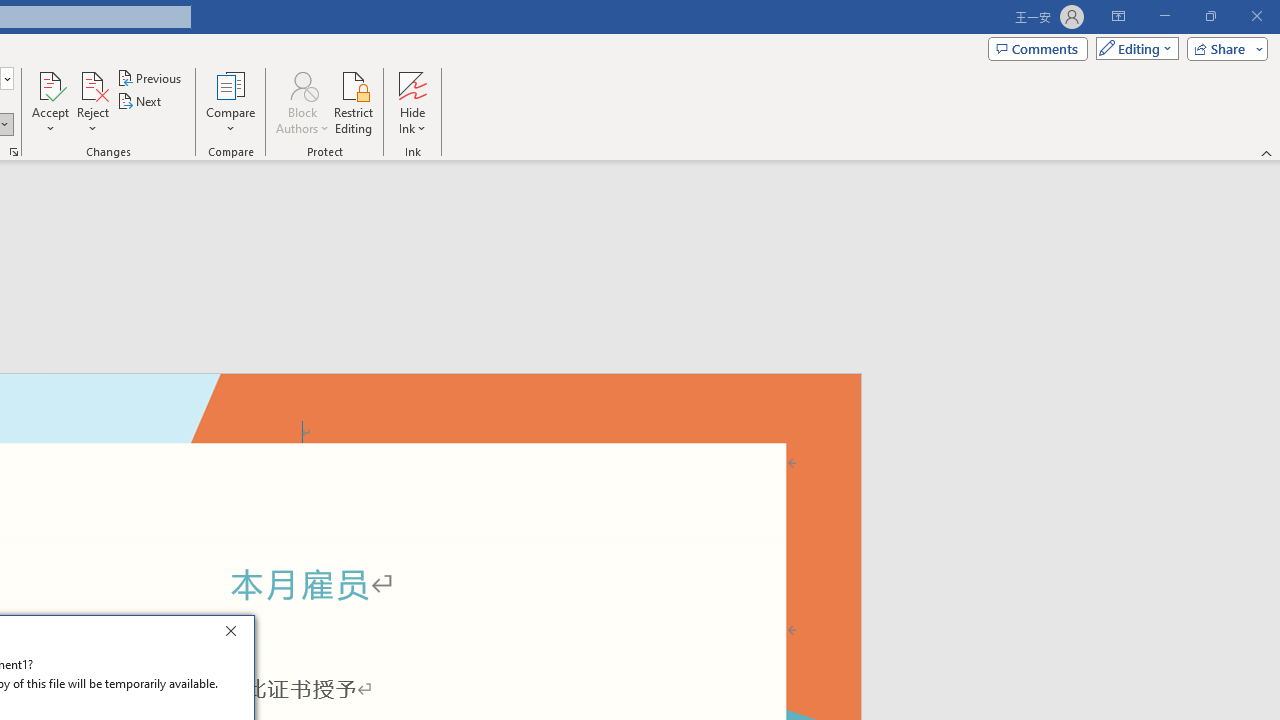 The height and width of the screenshot is (720, 1280). Describe the element at coordinates (231, 103) in the screenshot. I see `'Compare'` at that location.